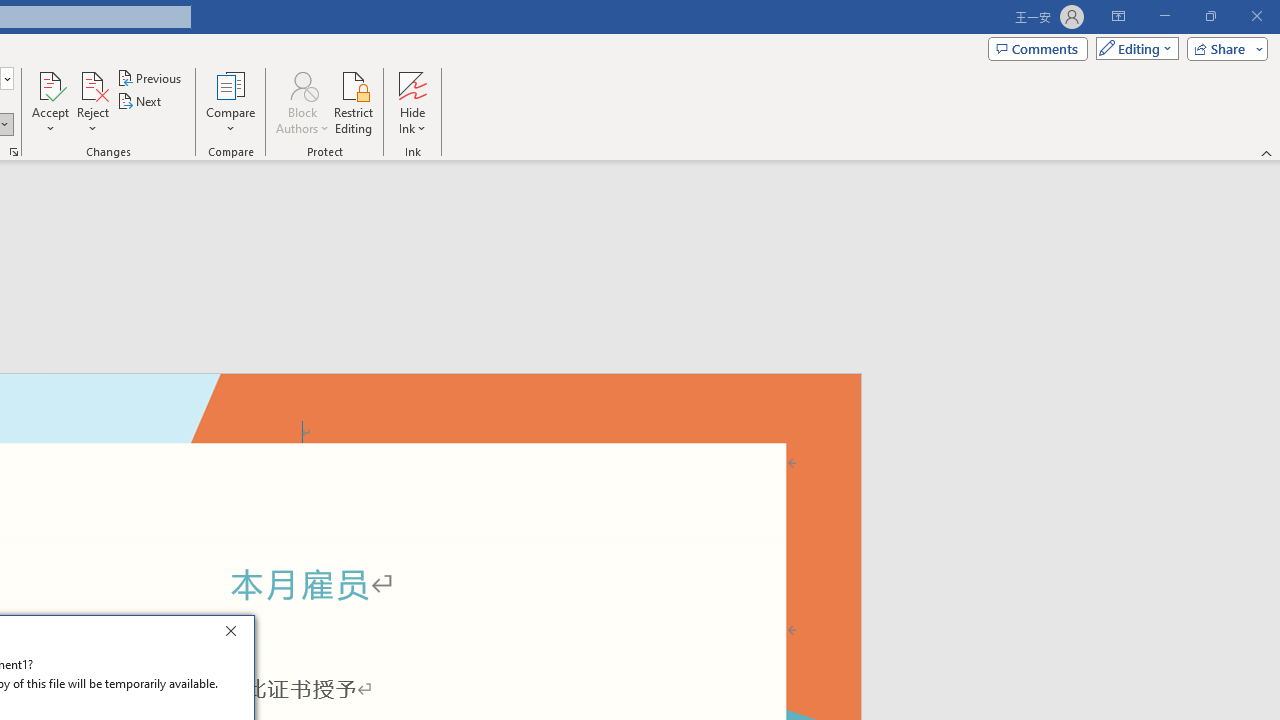 The height and width of the screenshot is (720, 1280). Describe the element at coordinates (231, 103) in the screenshot. I see `'Compare'` at that location.